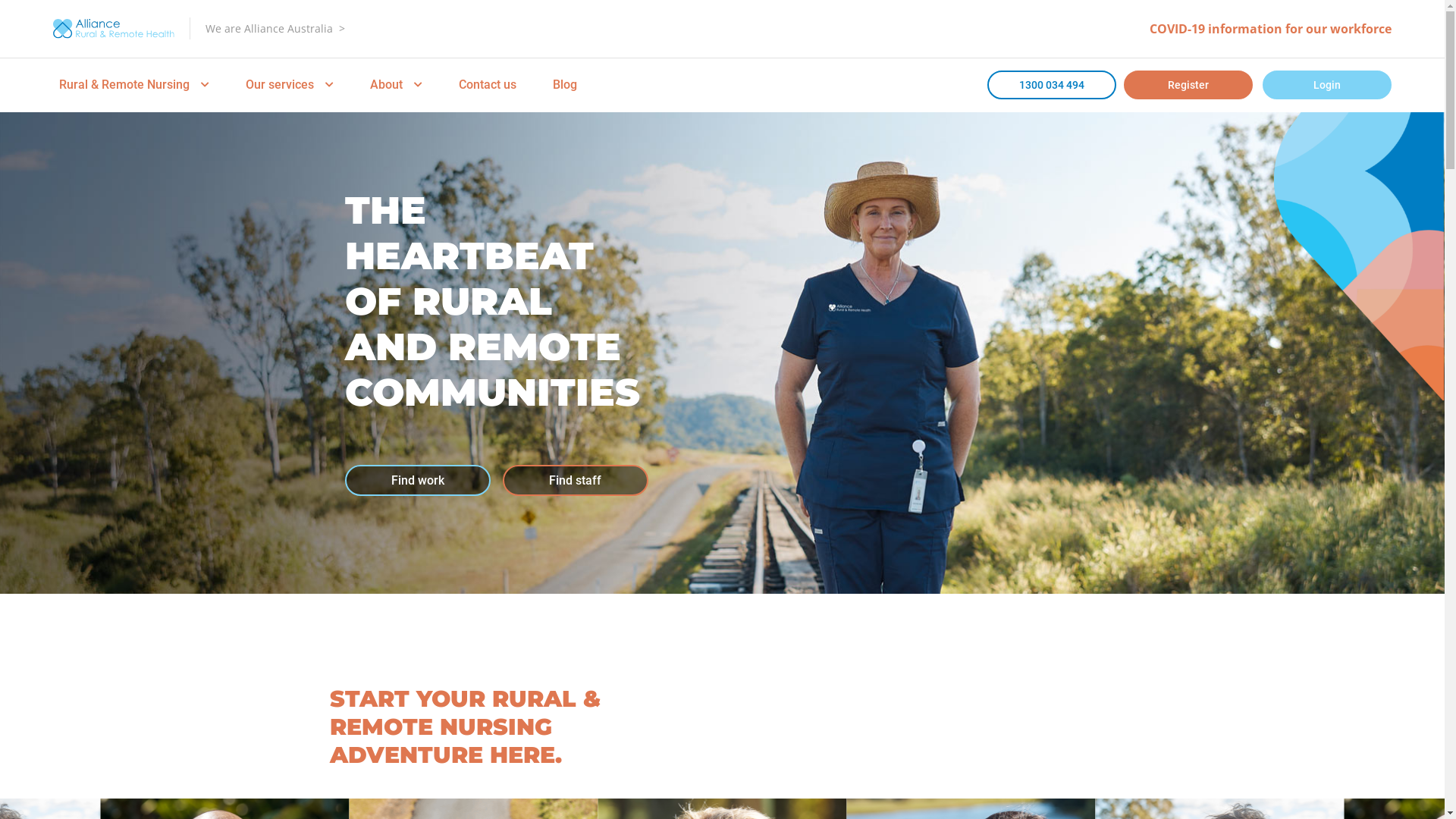  What do you see at coordinates (417, 480) in the screenshot?
I see `'Find work'` at bounding box center [417, 480].